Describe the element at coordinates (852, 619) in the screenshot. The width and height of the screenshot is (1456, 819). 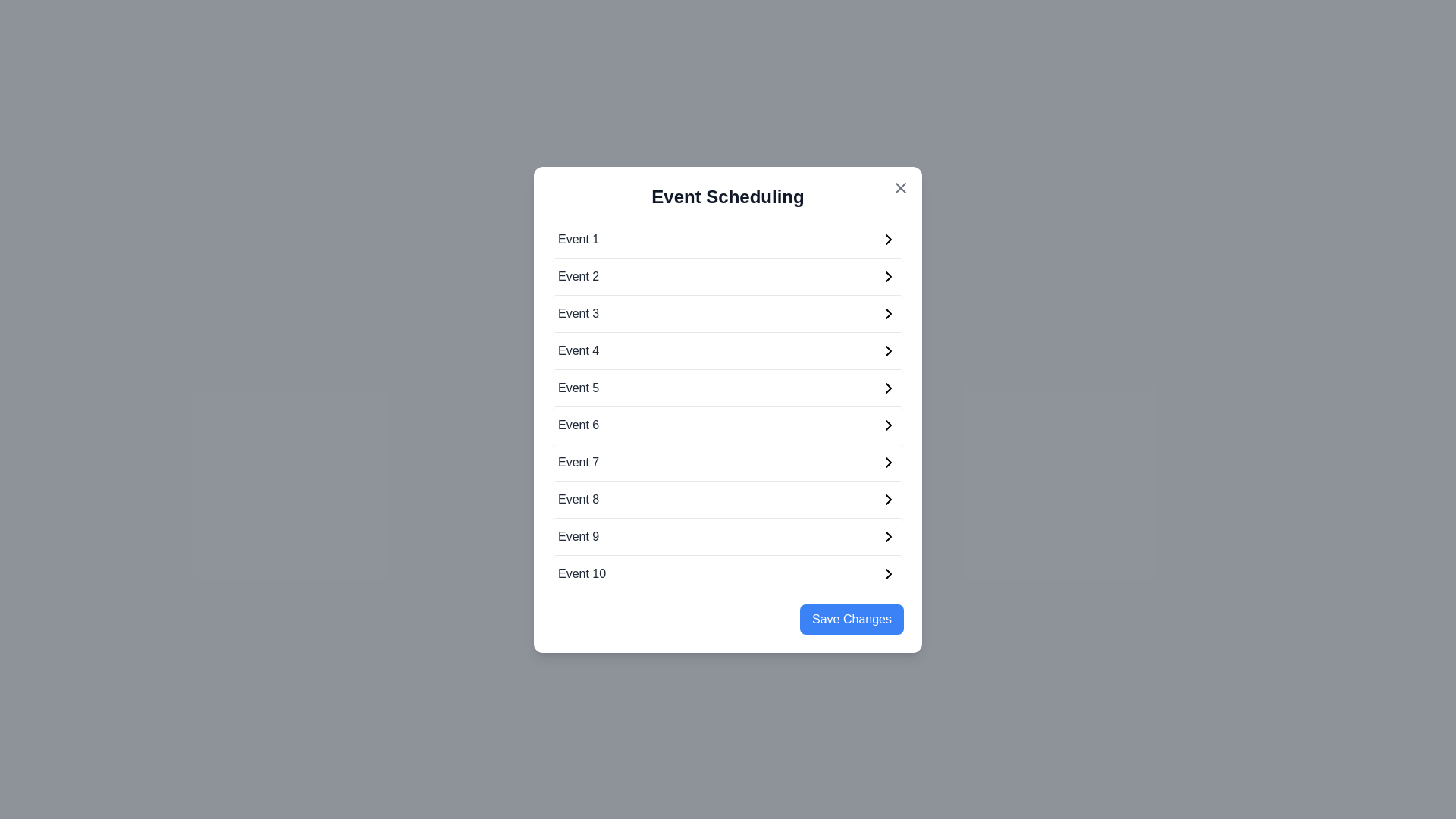
I see `the 'Save Changes' button to save the changes and close the dialog` at that location.